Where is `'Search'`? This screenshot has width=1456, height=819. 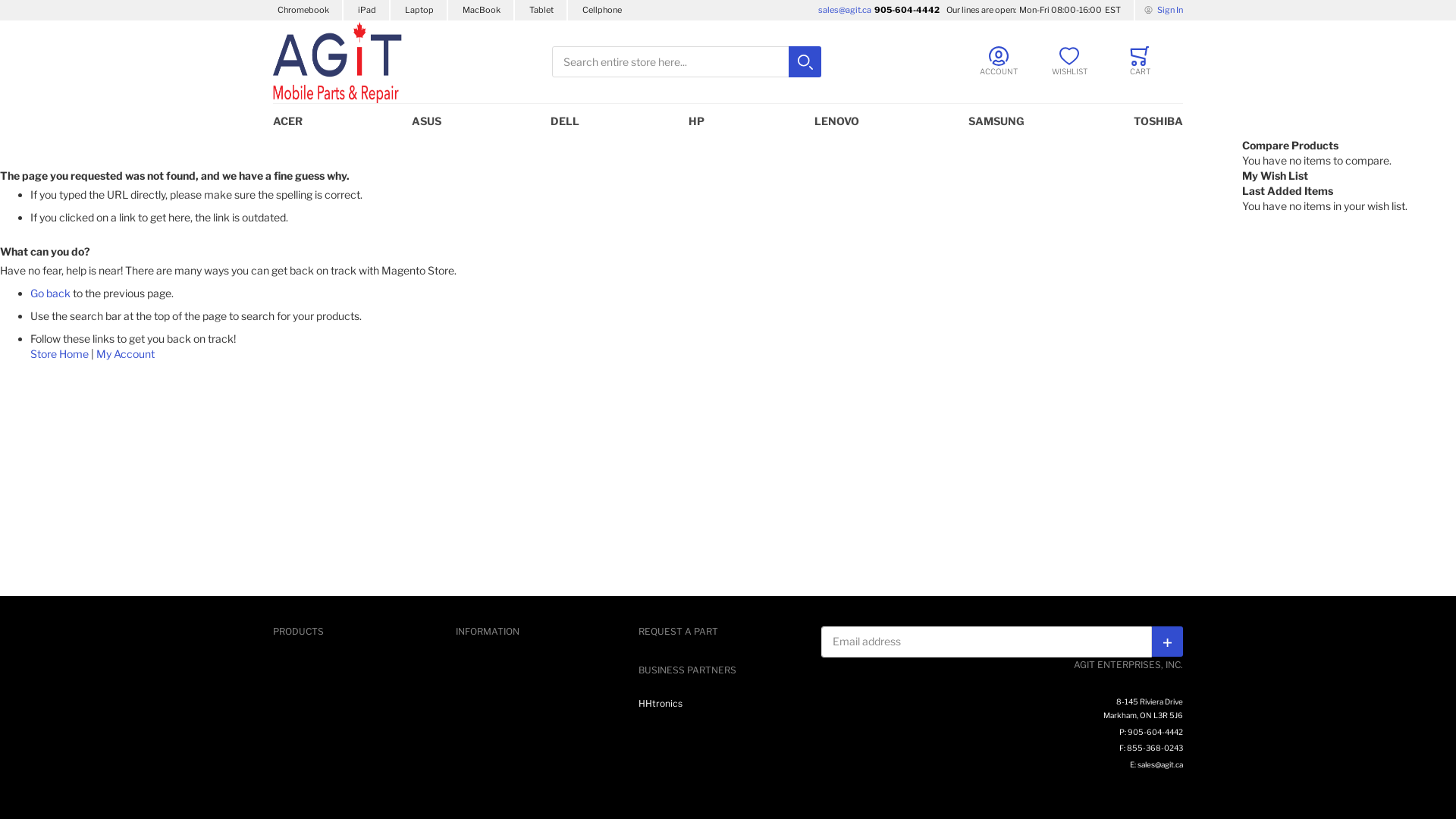
'Search' is located at coordinates (807, 61).